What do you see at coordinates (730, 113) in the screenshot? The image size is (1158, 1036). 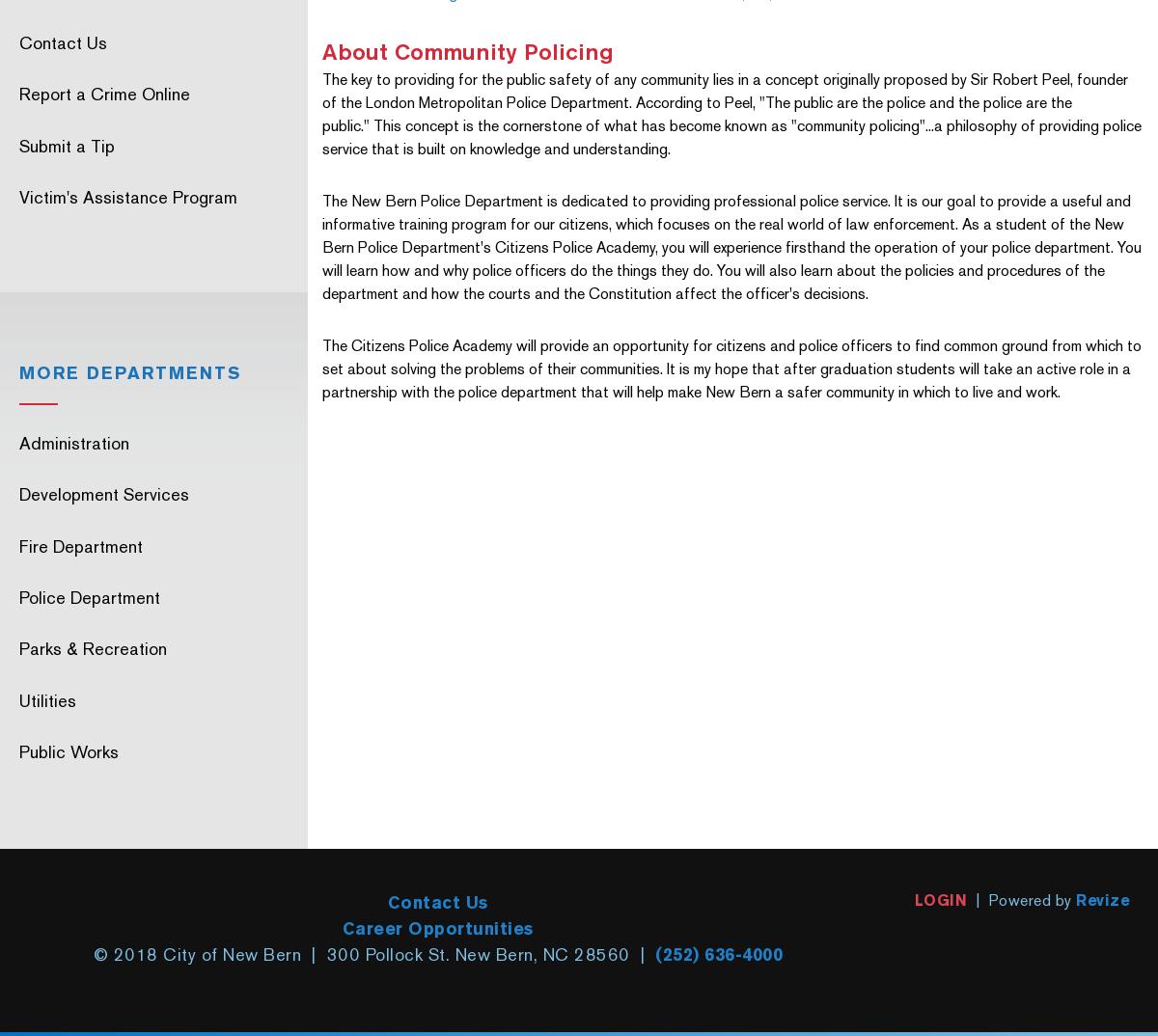 I see `'The key to providing for the public safety of any community lies in a concept originally proposed by Sir Robert Peel, founder of the London Metropolitan Police Department. According to Peel, "The public are the police and the police are the public." This concept is the cornerstone of what has become known as "community policing"...a philosophy of providing police service that is built on knowledge and understanding.'` at bounding box center [730, 113].